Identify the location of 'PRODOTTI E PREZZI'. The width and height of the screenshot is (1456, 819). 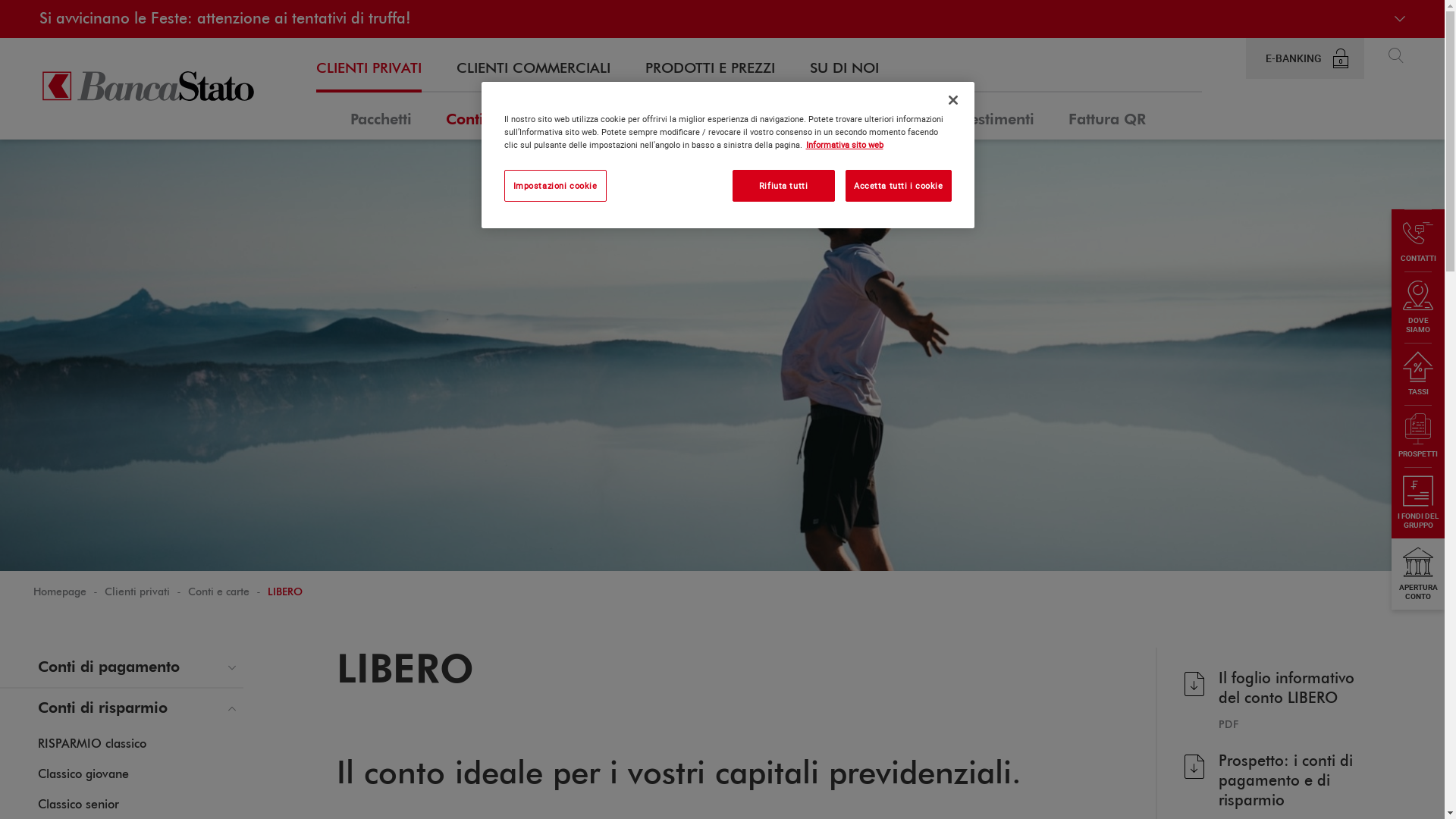
(709, 69).